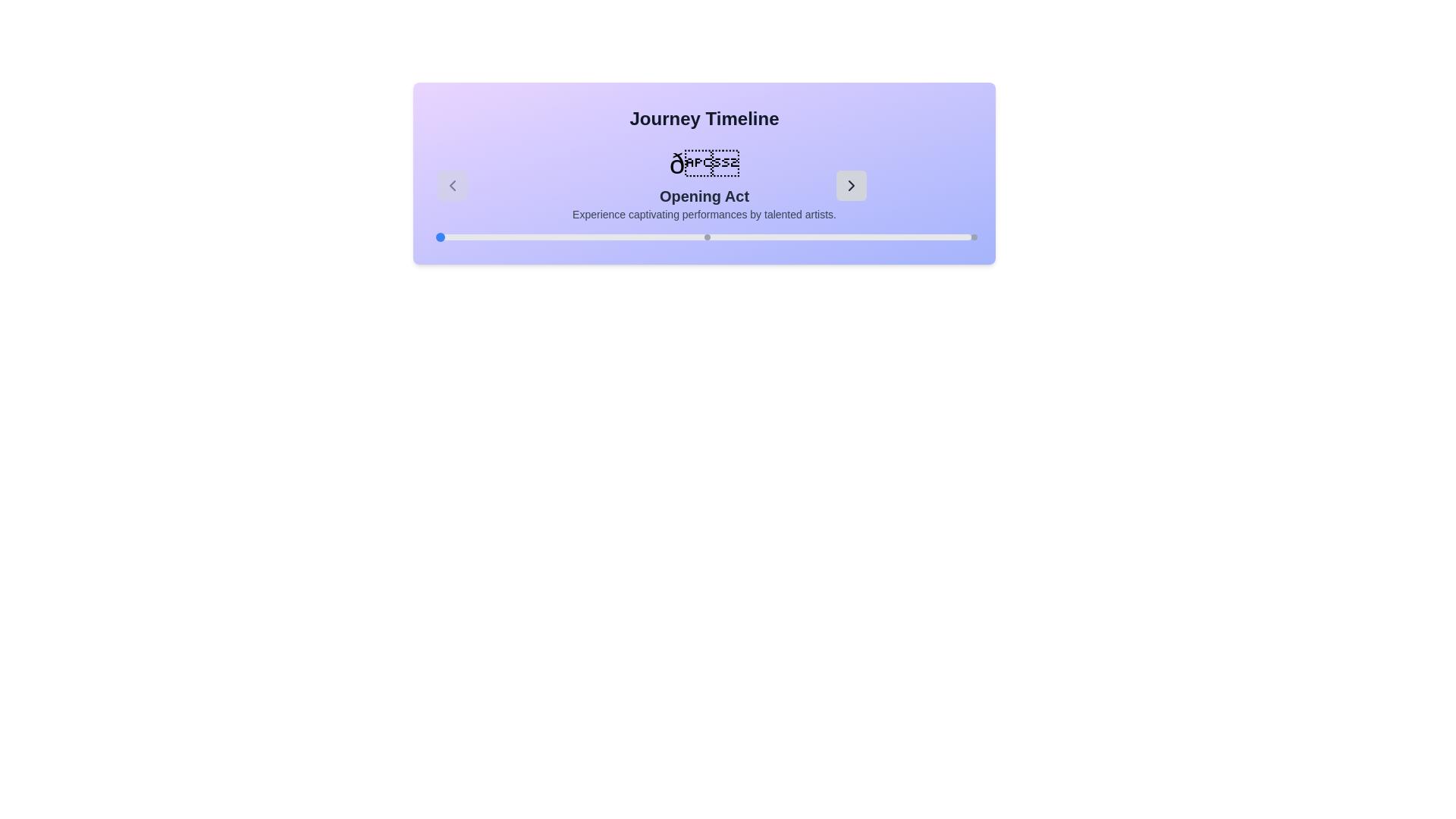 The image size is (1456, 819). Describe the element at coordinates (704, 214) in the screenshot. I see `the supportive descriptive caption text element located at the bottom of the 'Opening Act' section` at that location.